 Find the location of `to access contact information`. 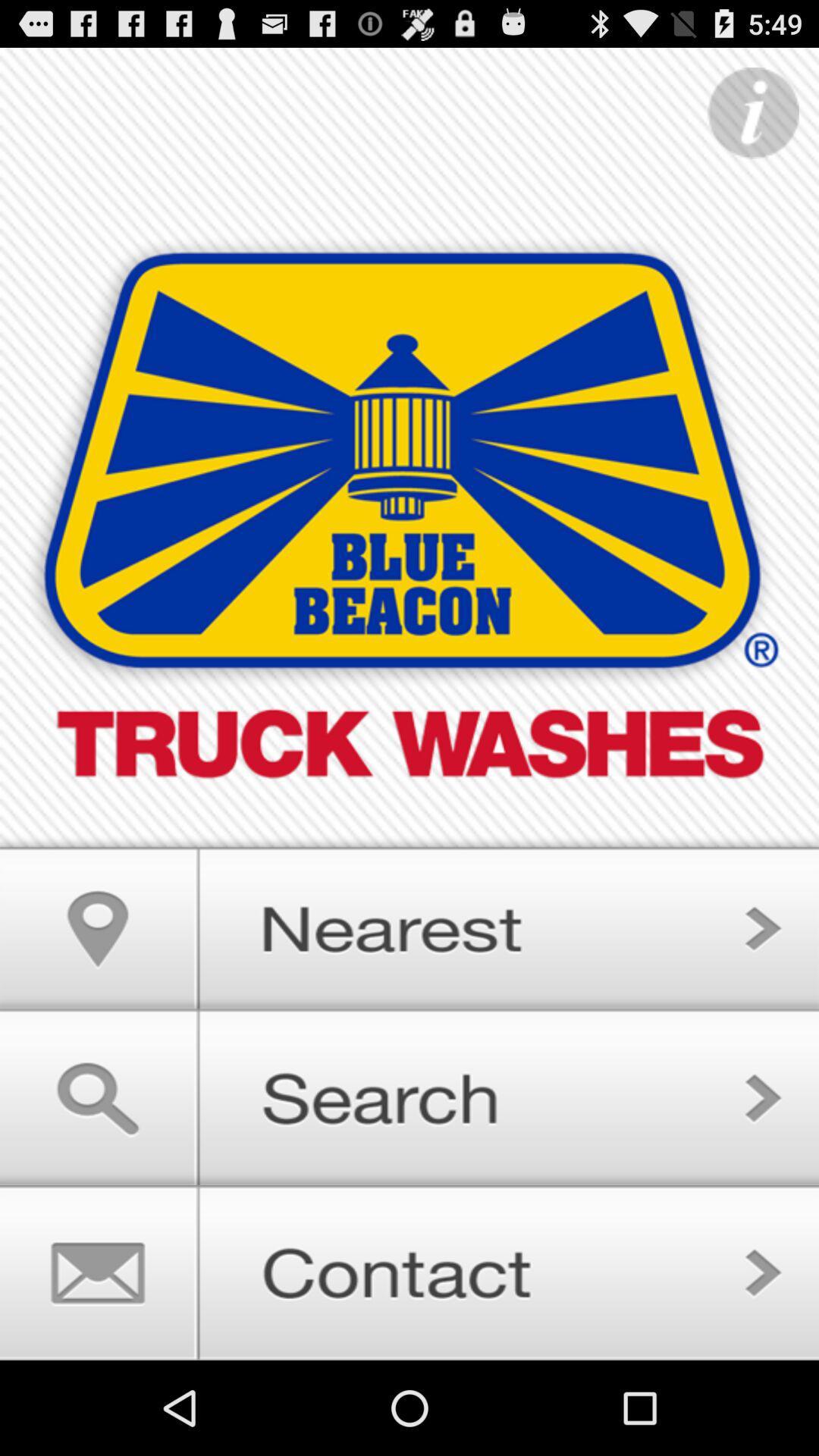

to access contact information is located at coordinates (409, 1272).